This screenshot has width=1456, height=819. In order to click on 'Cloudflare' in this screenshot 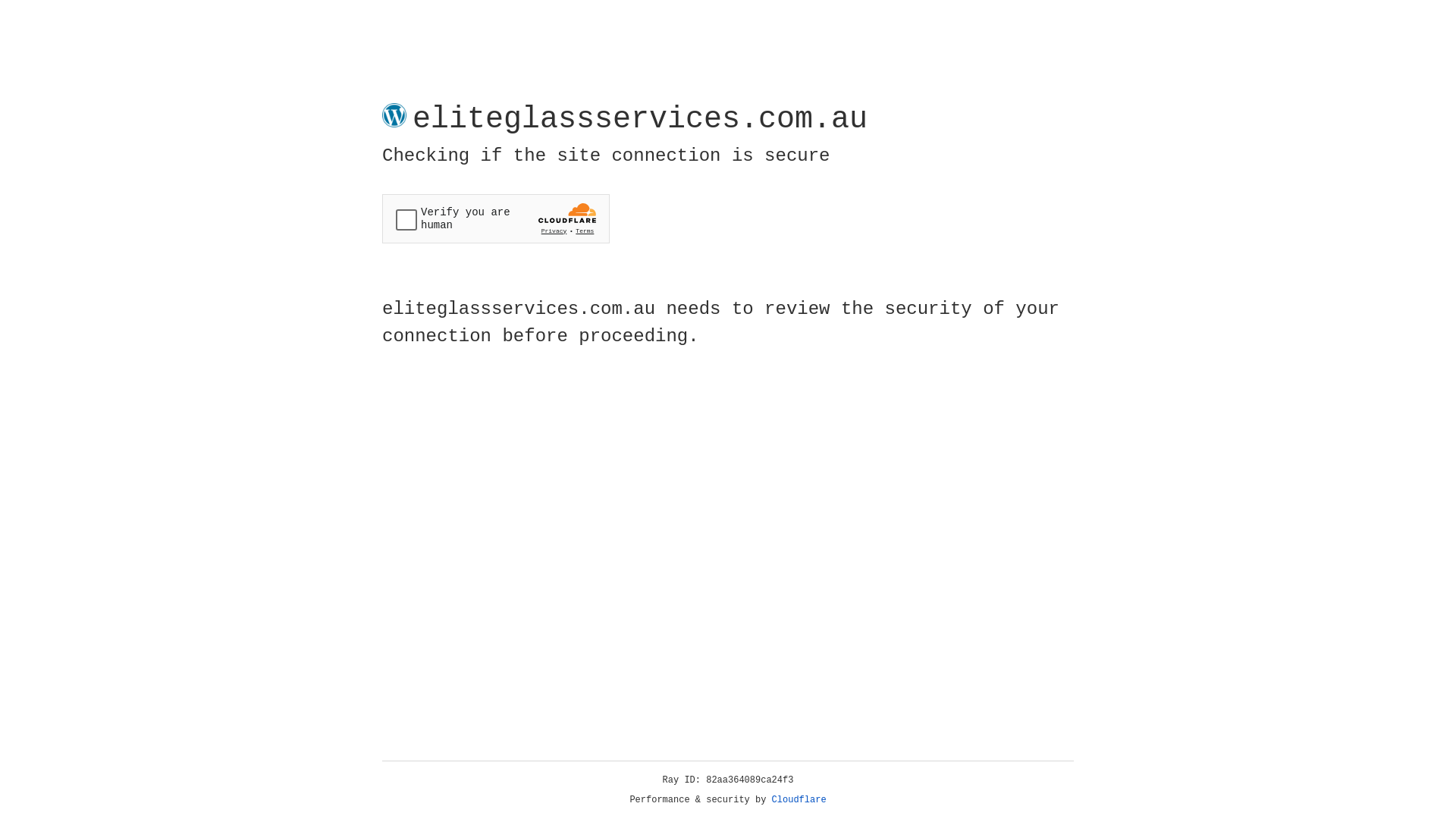, I will do `click(771, 799)`.